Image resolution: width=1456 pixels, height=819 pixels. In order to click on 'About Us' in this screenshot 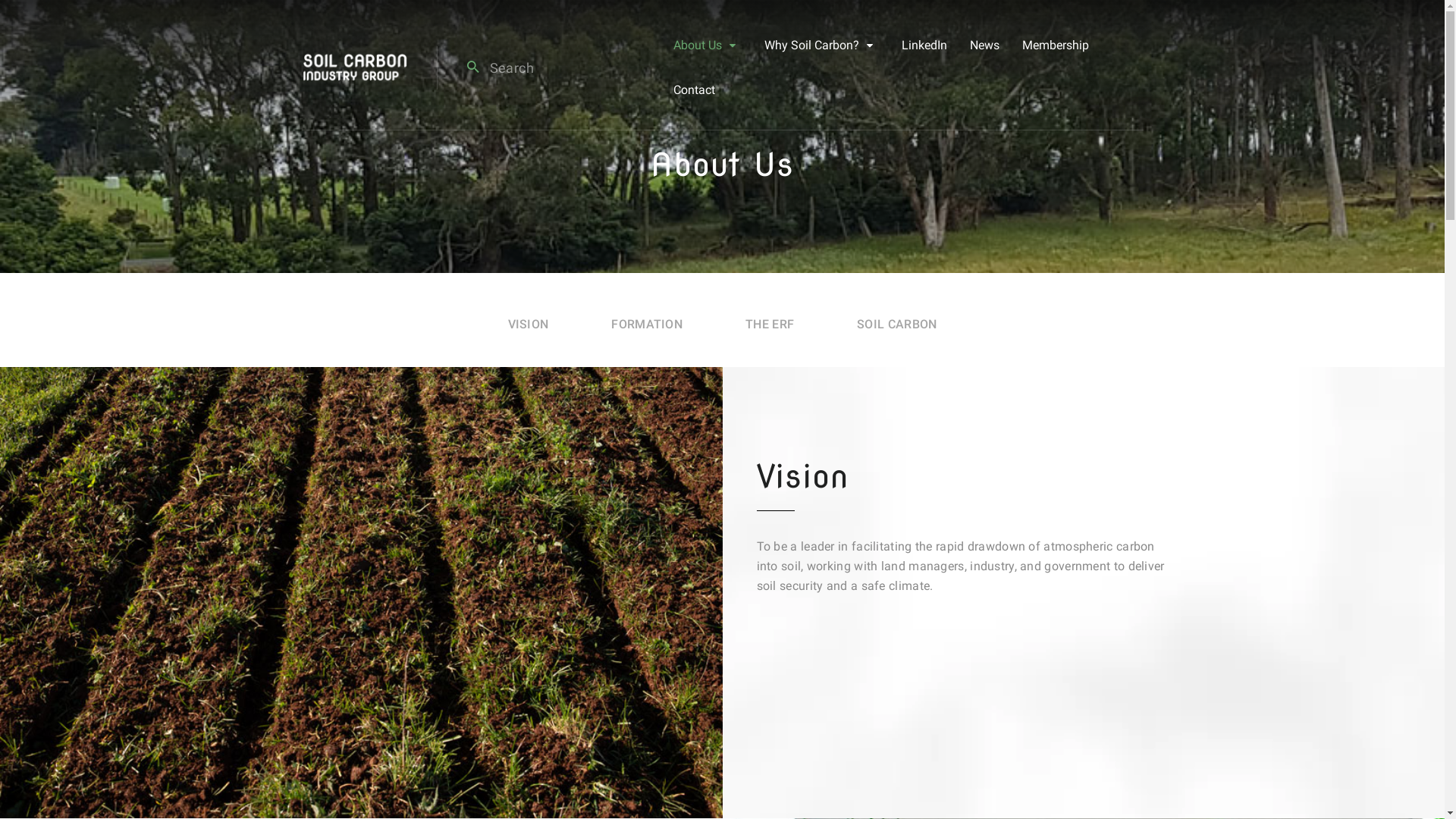, I will do `click(697, 44)`.